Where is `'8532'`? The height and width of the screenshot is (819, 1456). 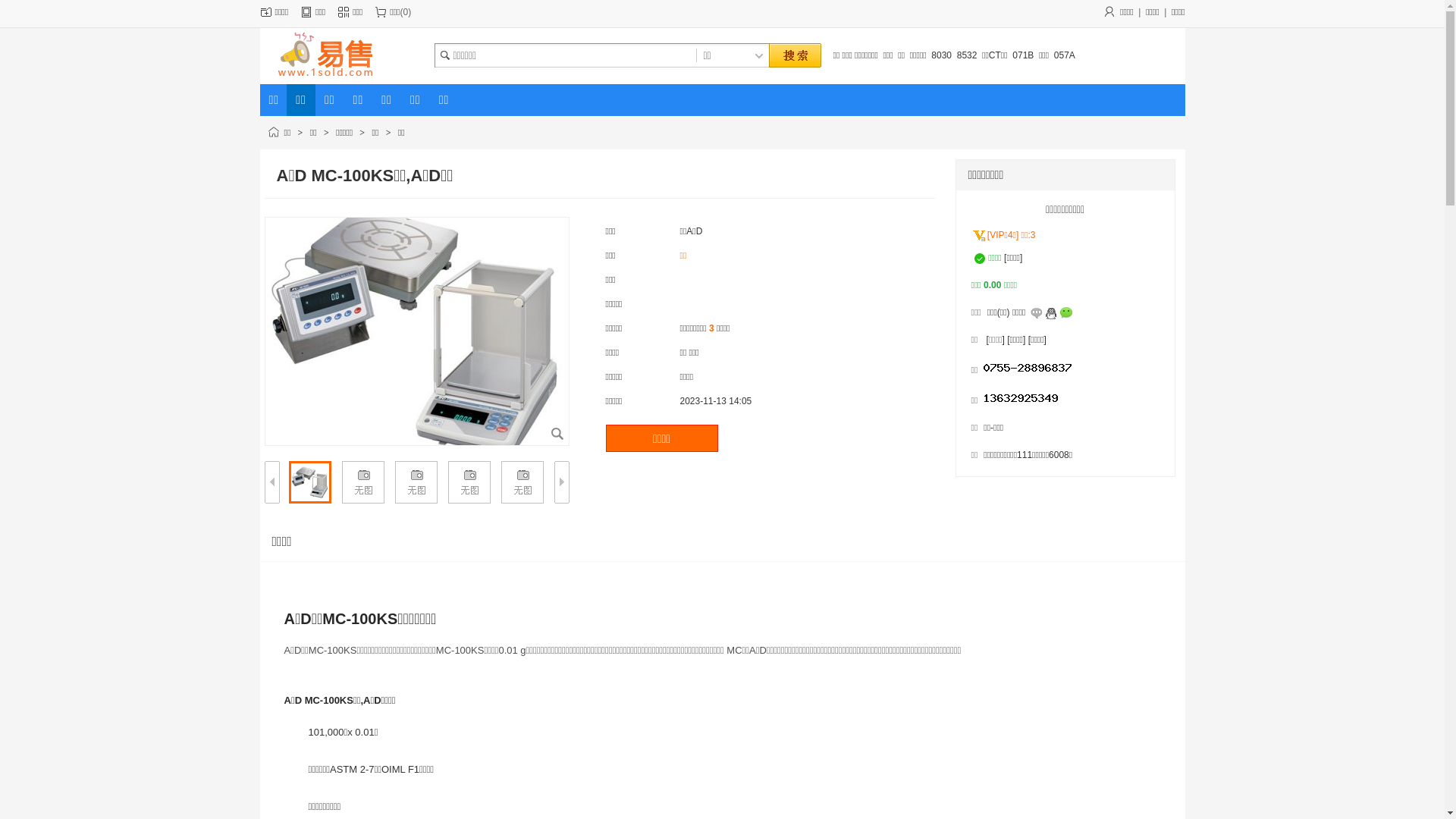
'8532' is located at coordinates (966, 55).